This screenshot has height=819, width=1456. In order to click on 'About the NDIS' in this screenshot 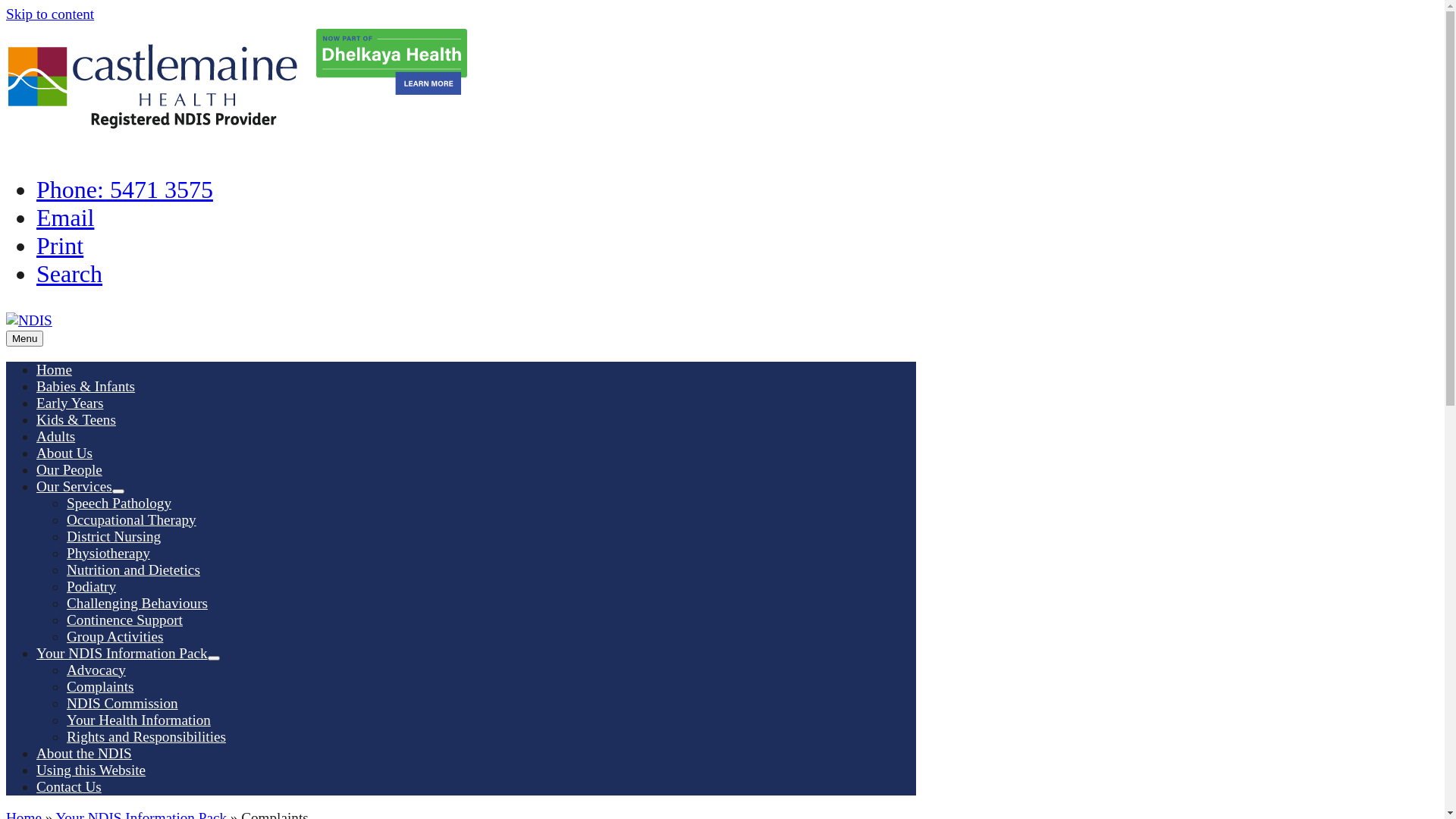, I will do `click(83, 753)`.